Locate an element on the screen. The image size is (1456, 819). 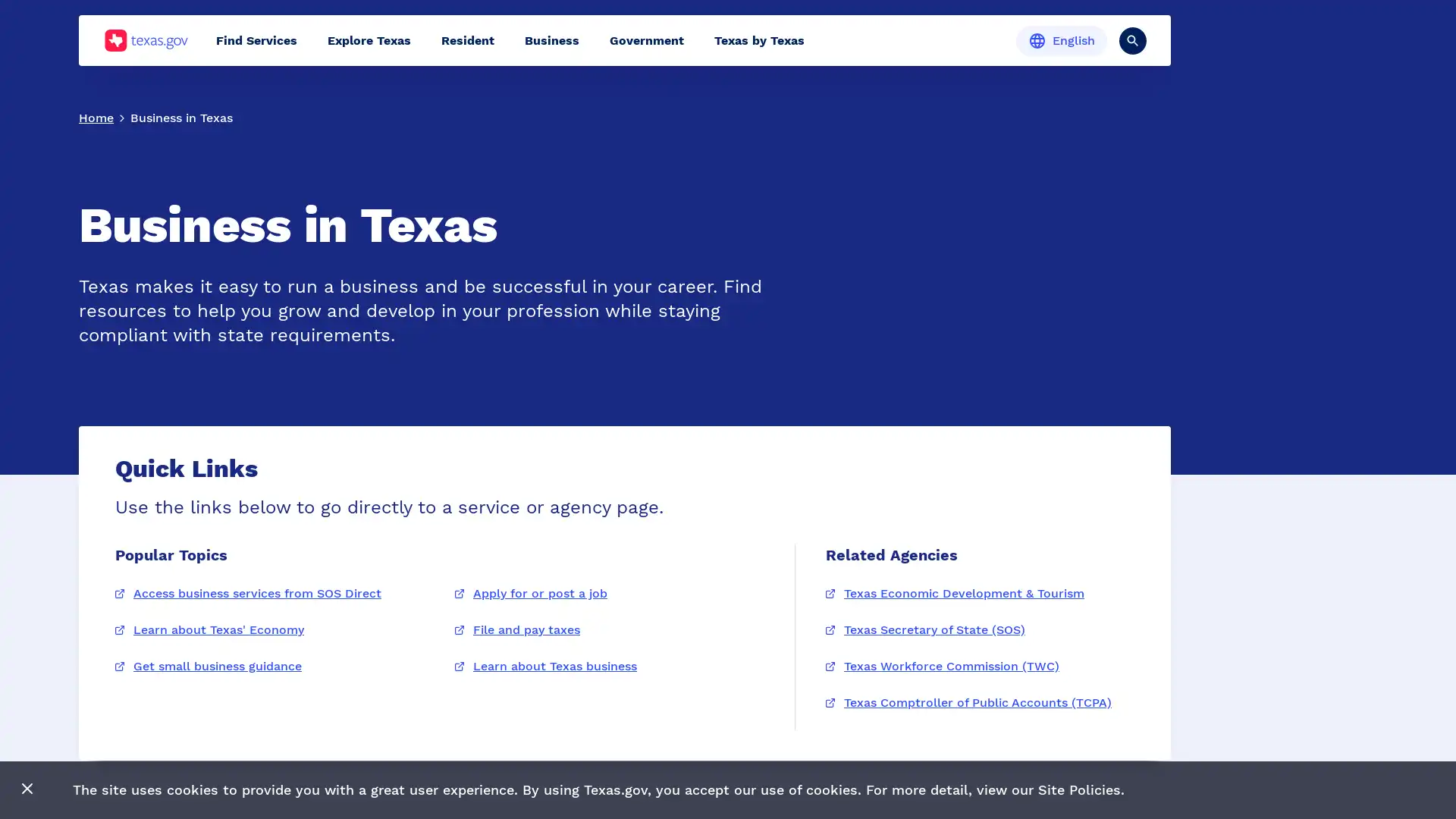
Explore Texas is located at coordinates (369, 39).